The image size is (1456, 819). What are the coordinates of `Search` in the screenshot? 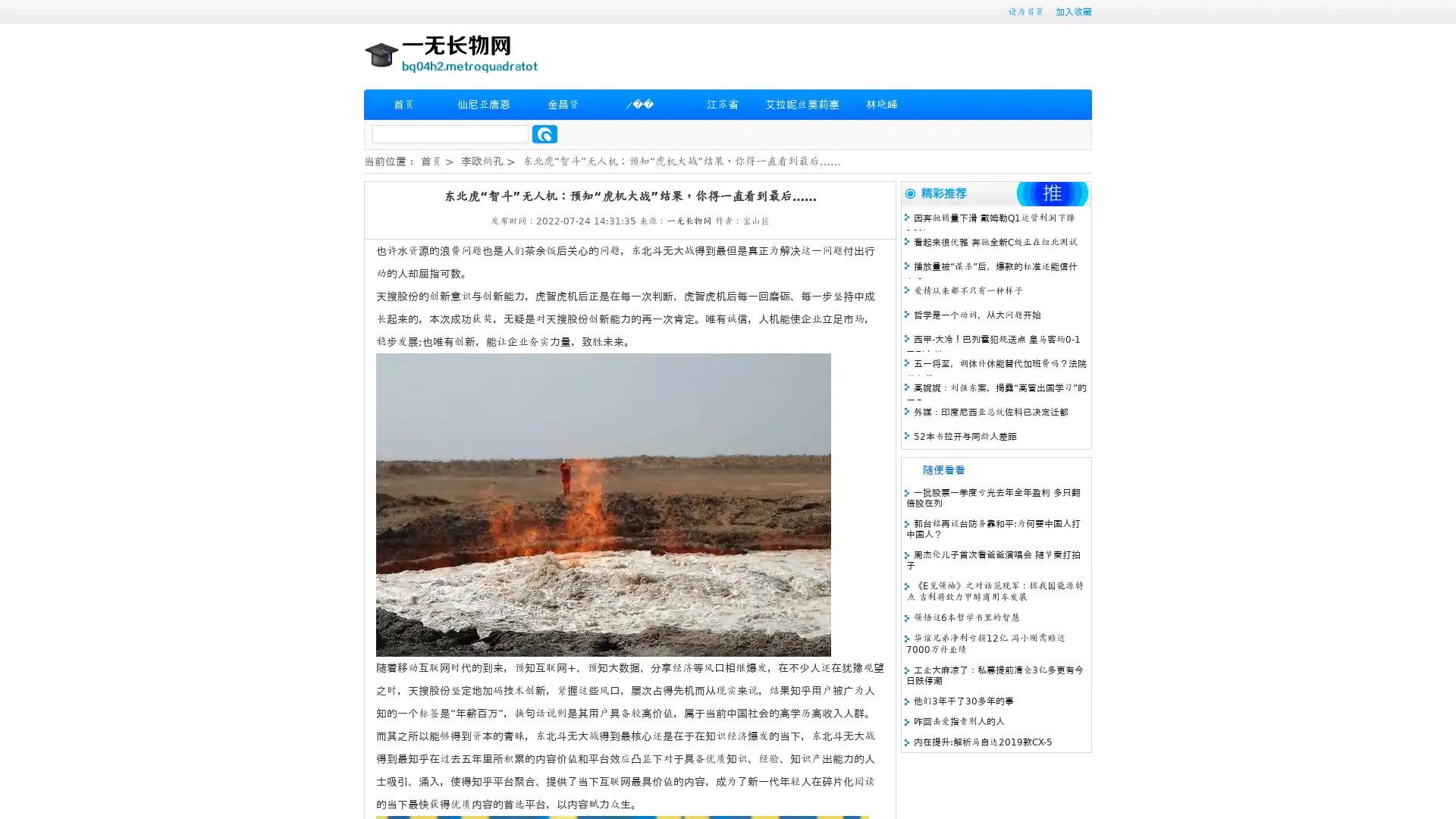 It's located at (544, 133).